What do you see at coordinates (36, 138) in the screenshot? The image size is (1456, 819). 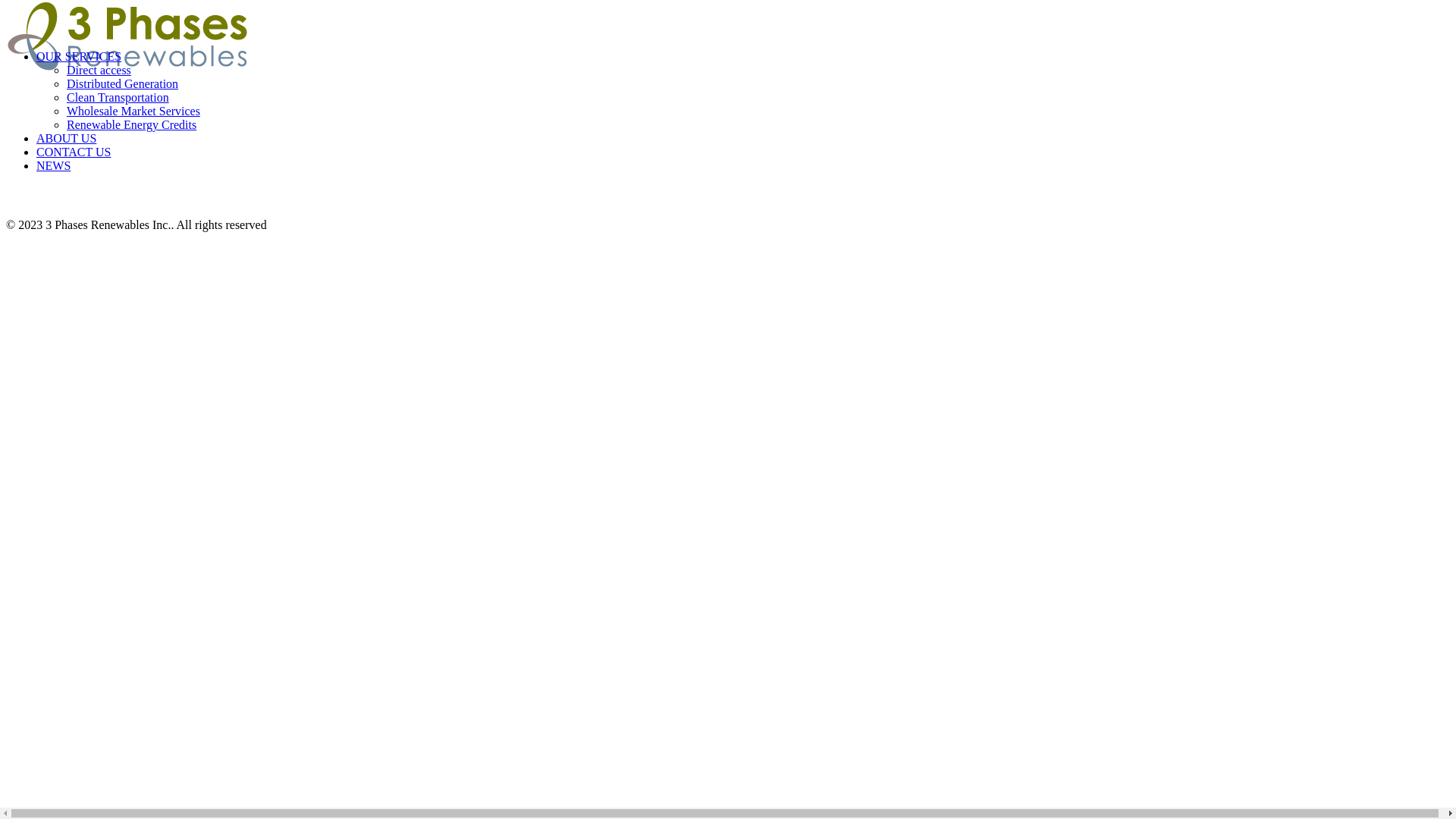 I see `'ABOUT US'` at bounding box center [36, 138].